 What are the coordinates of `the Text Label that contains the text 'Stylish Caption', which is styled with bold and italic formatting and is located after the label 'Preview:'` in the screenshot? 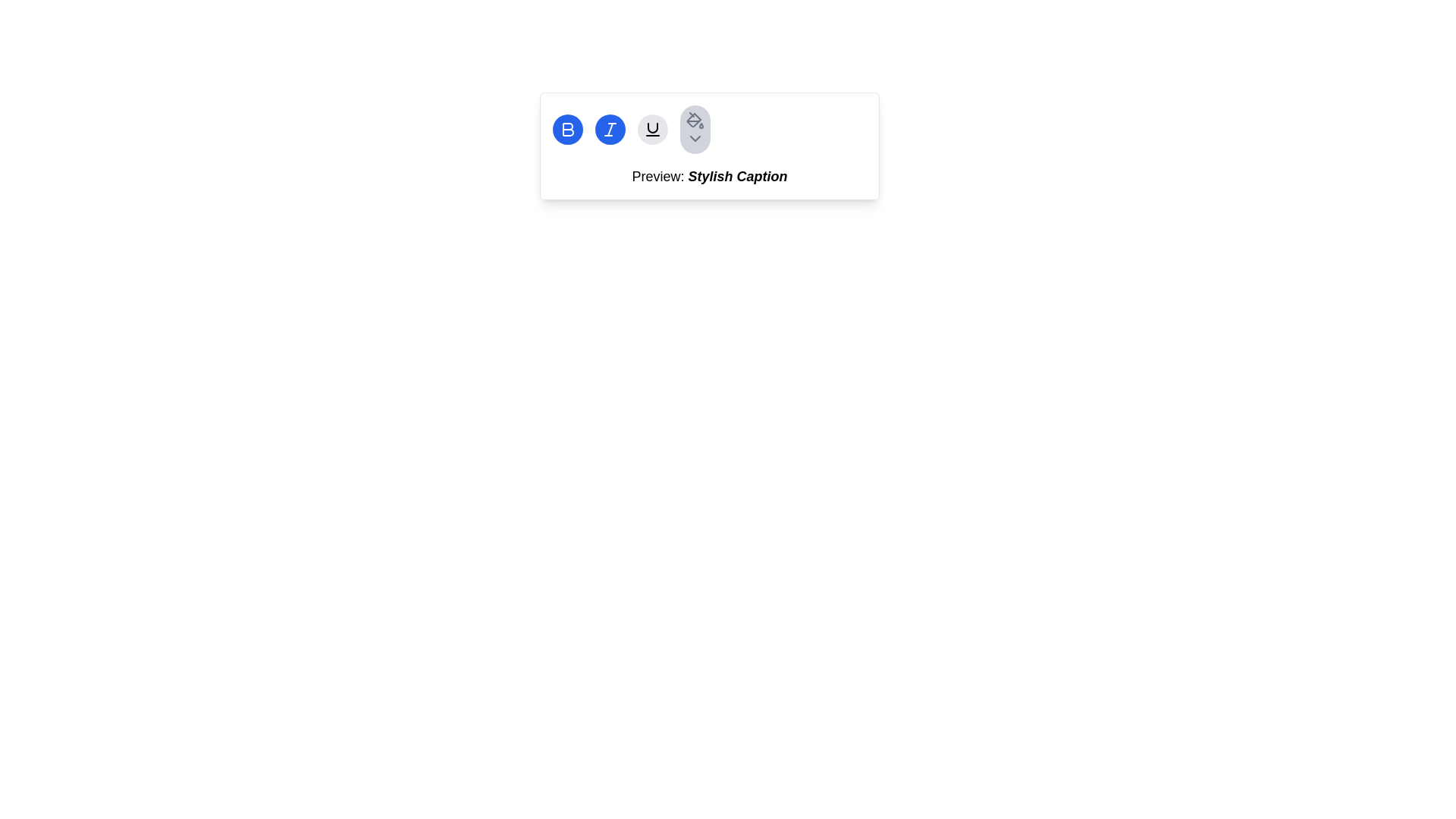 It's located at (738, 175).